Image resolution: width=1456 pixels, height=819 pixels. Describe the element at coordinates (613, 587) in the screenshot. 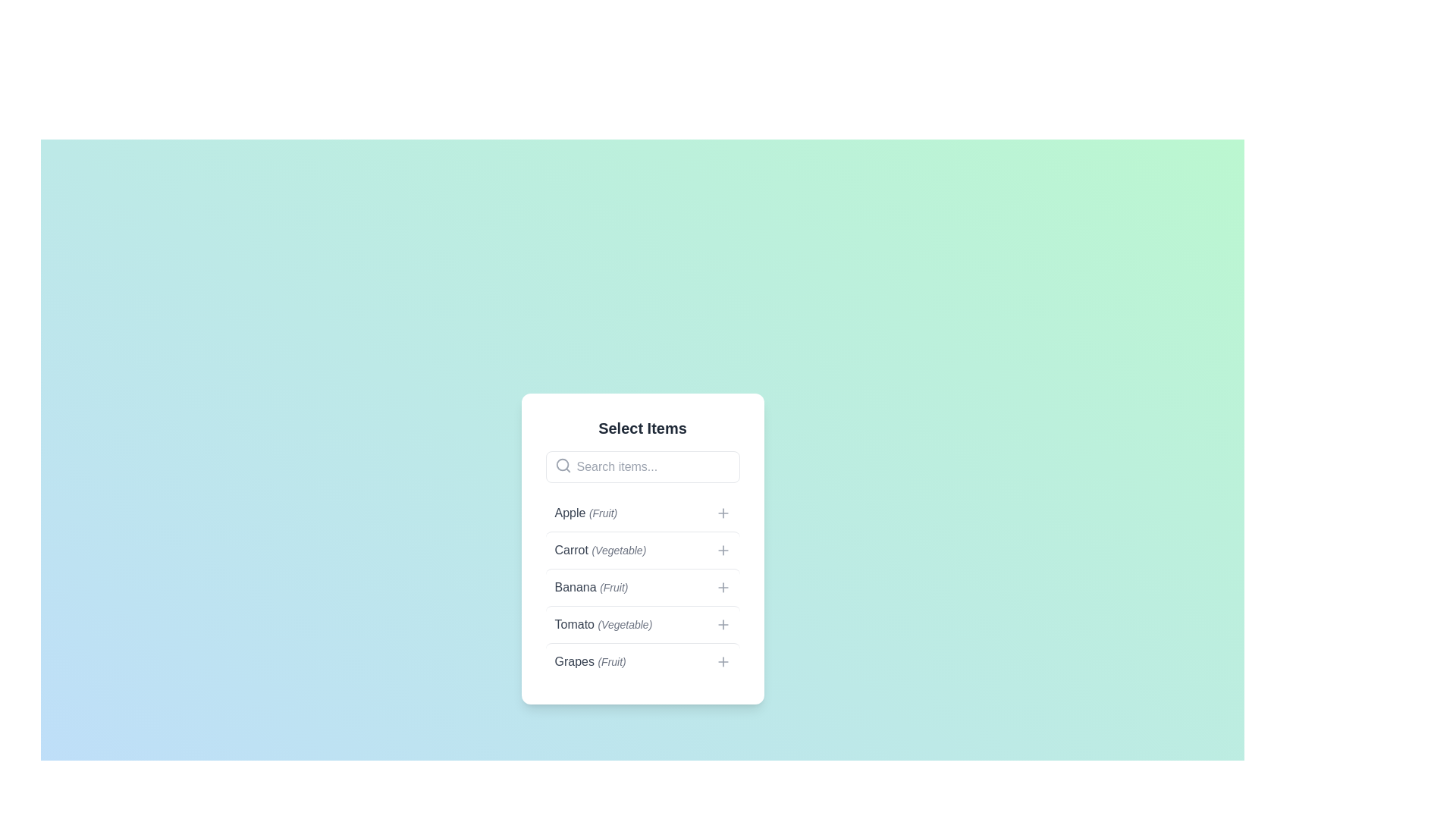

I see `the text label that categorizes the item 'Banana' as 'Fruit', located to the right of 'Banana (Fruit)' in the list of items` at that location.